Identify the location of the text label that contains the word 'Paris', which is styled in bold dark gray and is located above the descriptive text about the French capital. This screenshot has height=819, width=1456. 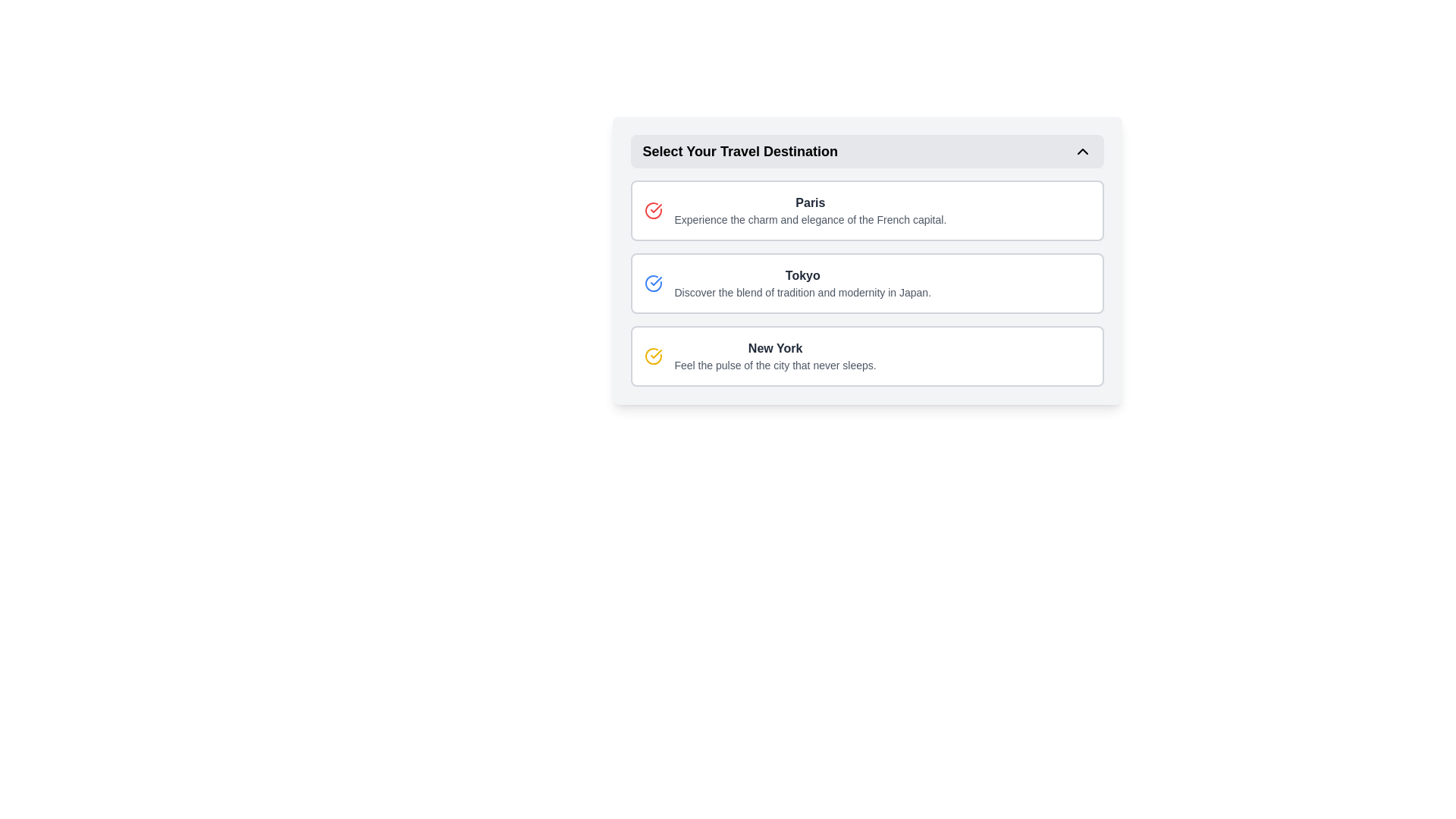
(809, 202).